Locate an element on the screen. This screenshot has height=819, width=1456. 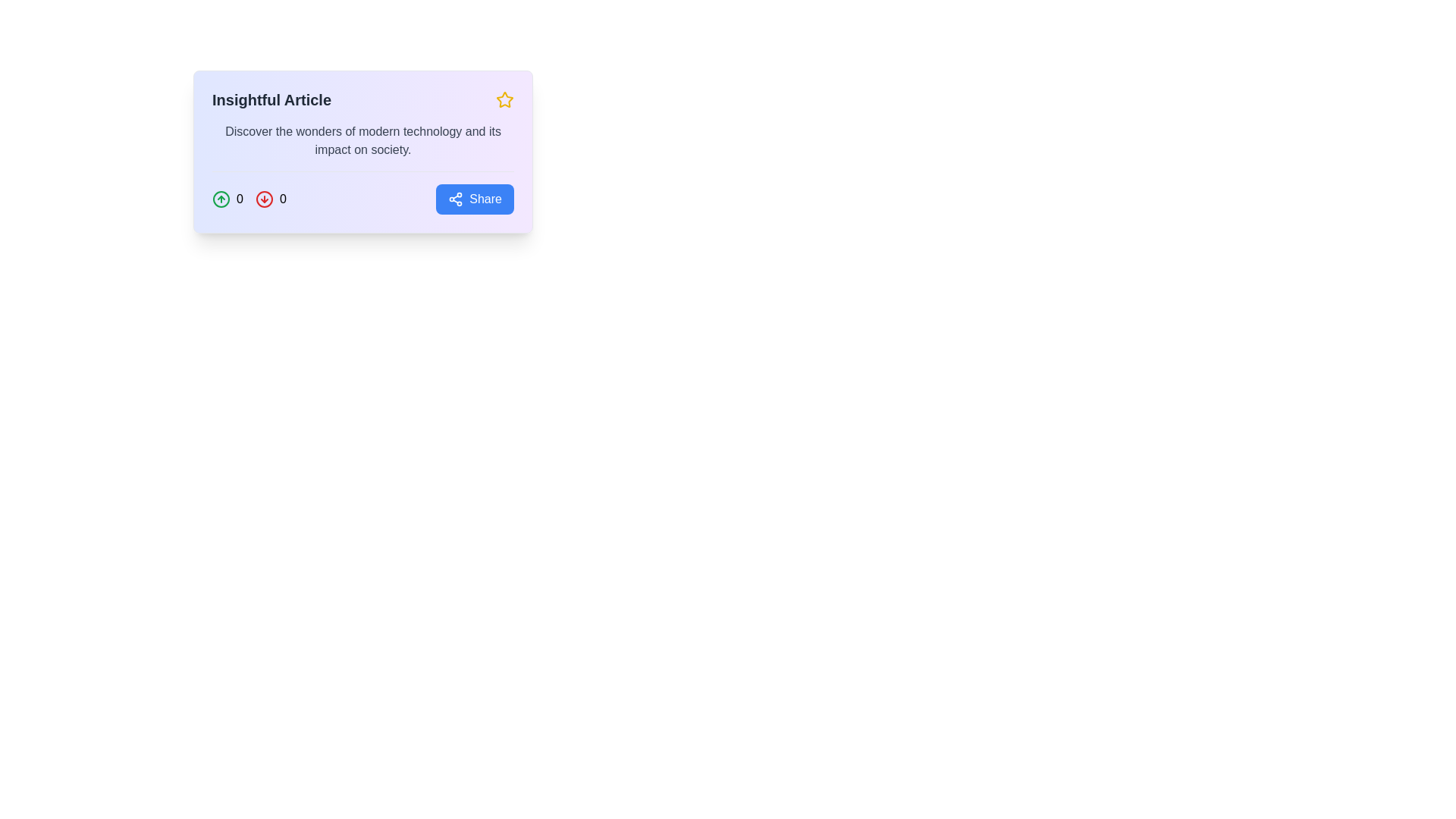
the bold static text label saying 'Insightful Article' located at the top-left section of the rectangular card with a light purple background is located at coordinates (271, 99).